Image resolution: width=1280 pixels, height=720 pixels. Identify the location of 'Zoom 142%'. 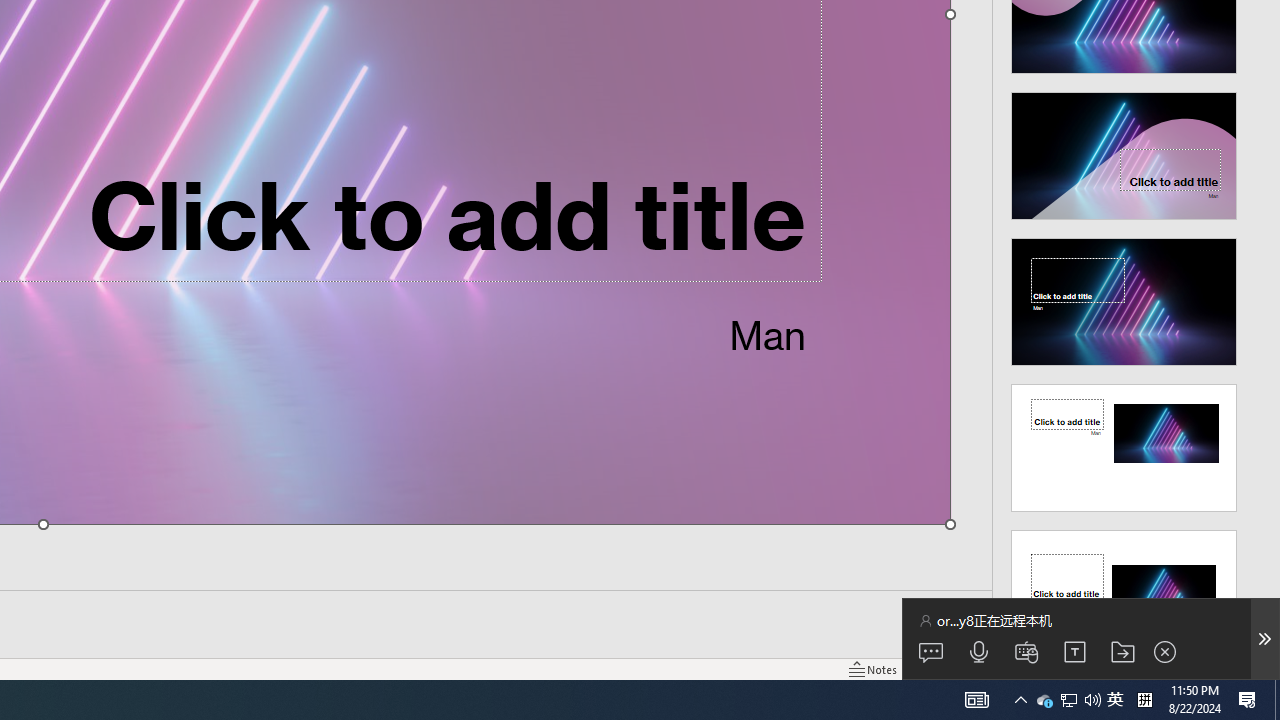
(1233, 669).